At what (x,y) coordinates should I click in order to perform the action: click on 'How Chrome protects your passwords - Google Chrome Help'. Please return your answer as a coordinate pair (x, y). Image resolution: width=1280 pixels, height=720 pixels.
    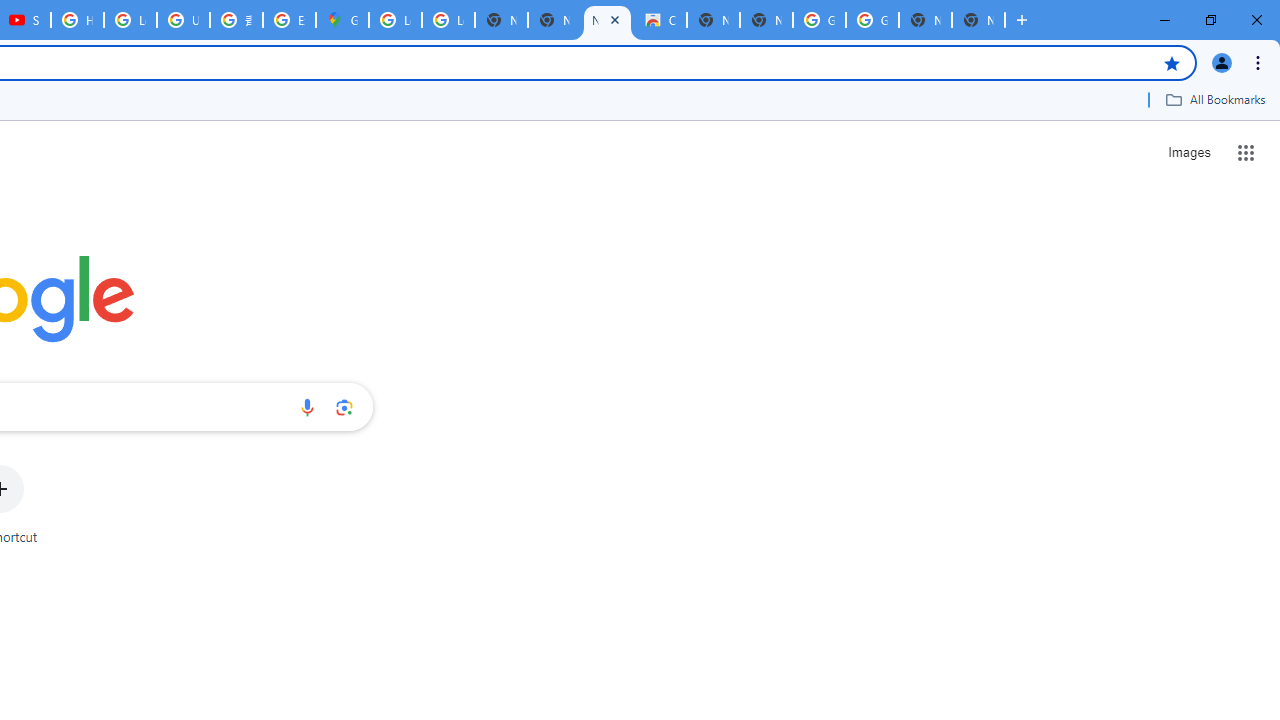
    Looking at the image, I should click on (77, 20).